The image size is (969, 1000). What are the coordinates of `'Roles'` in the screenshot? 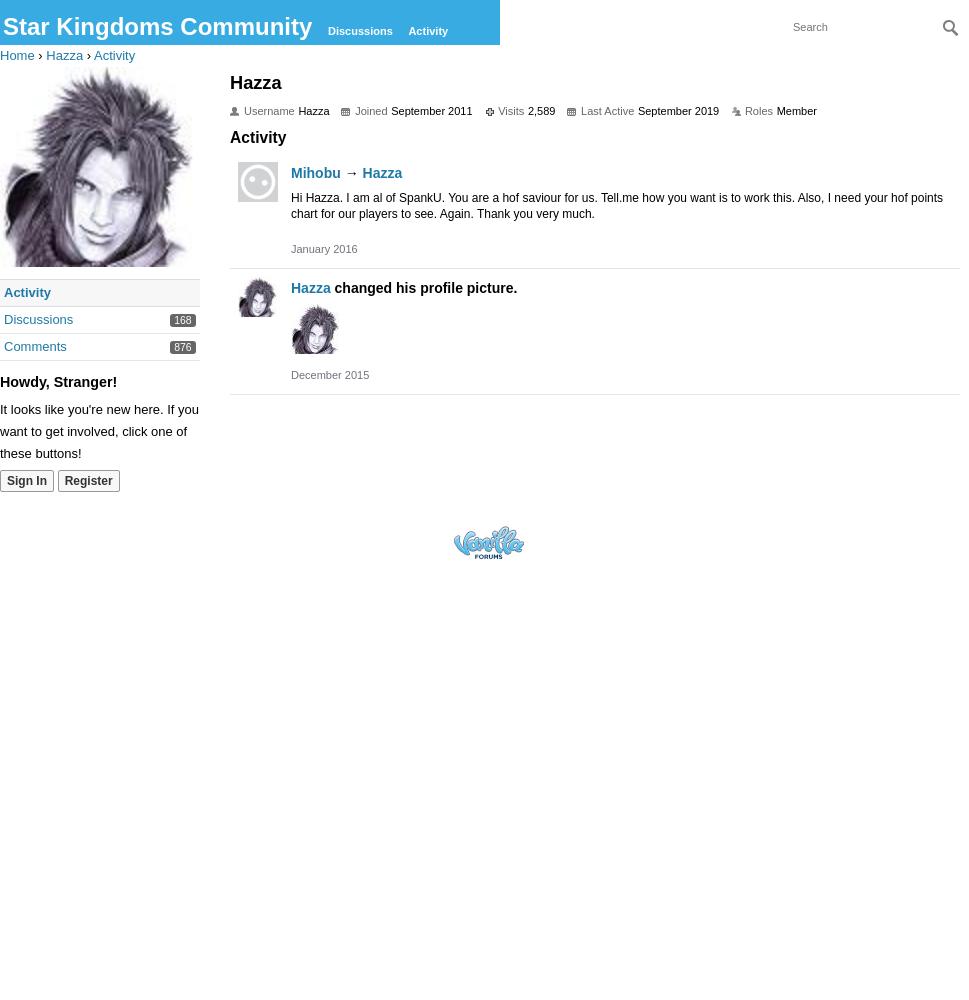 It's located at (743, 110).